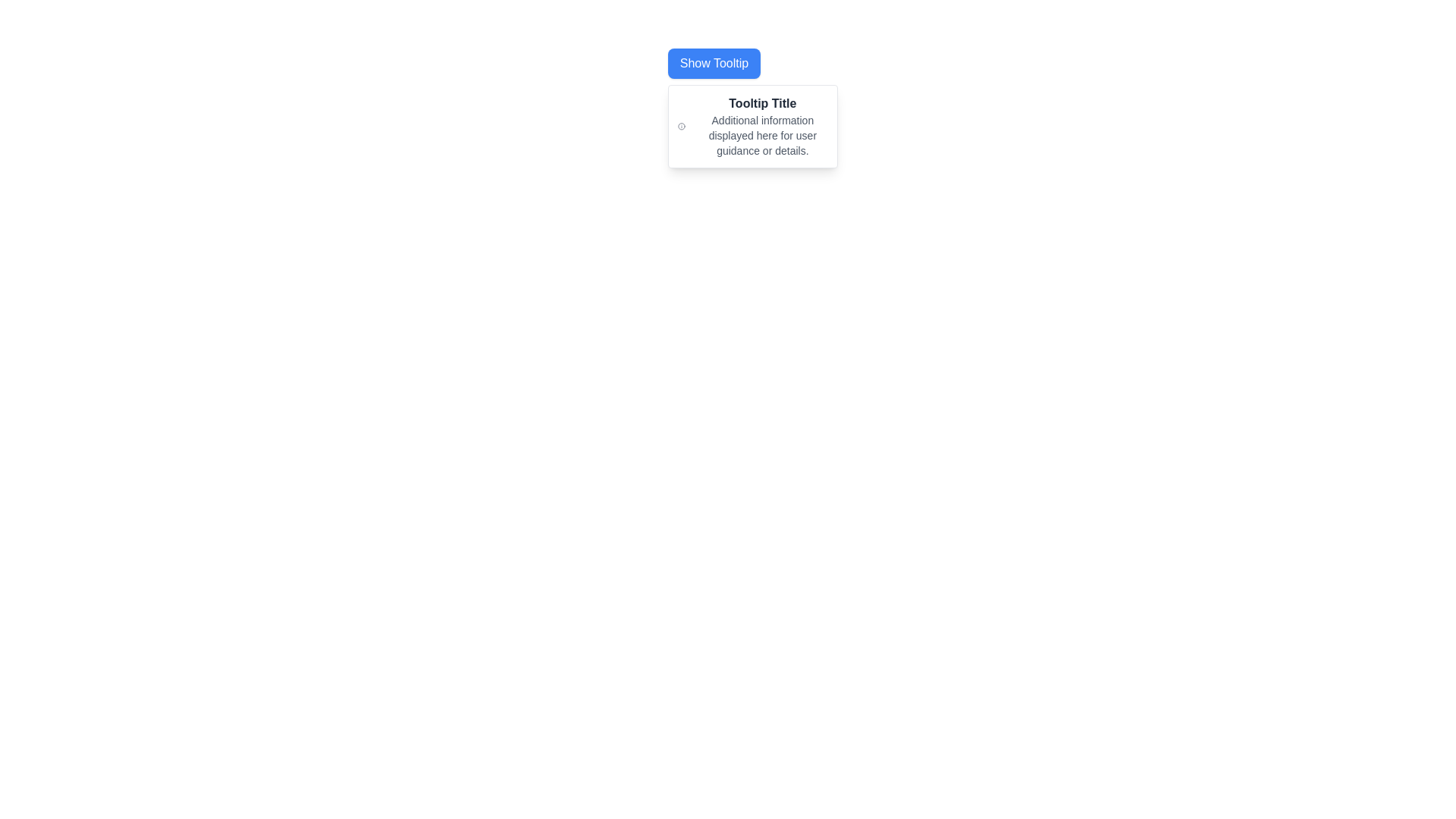 The image size is (1456, 819). What do you see at coordinates (713, 63) in the screenshot?
I see `the button labeled 'Show Tooltip' with a blue background and rounded corners` at bounding box center [713, 63].